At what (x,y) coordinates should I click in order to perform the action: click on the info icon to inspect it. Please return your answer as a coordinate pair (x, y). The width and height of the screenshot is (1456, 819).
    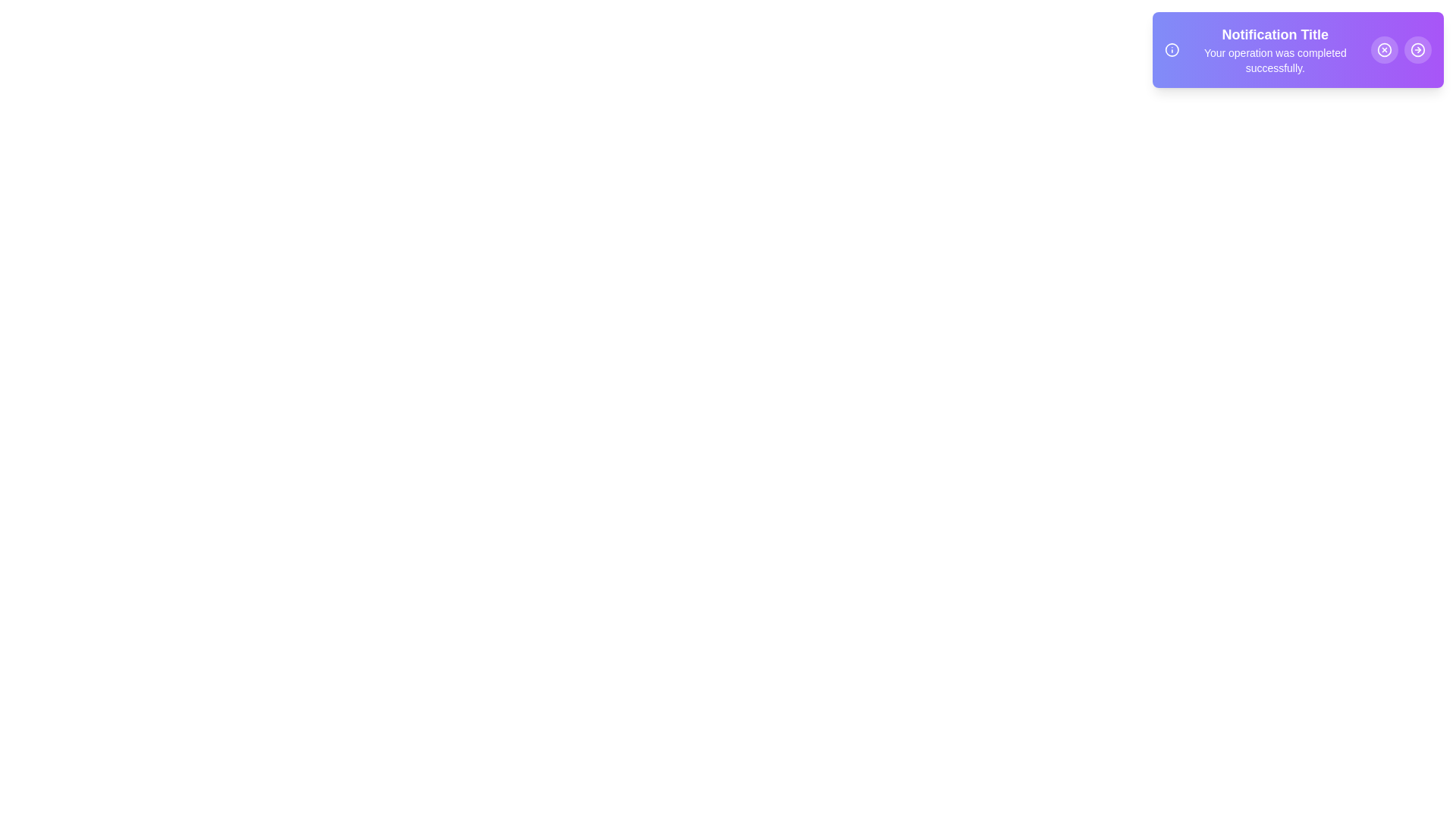
    Looking at the image, I should click on (1171, 49).